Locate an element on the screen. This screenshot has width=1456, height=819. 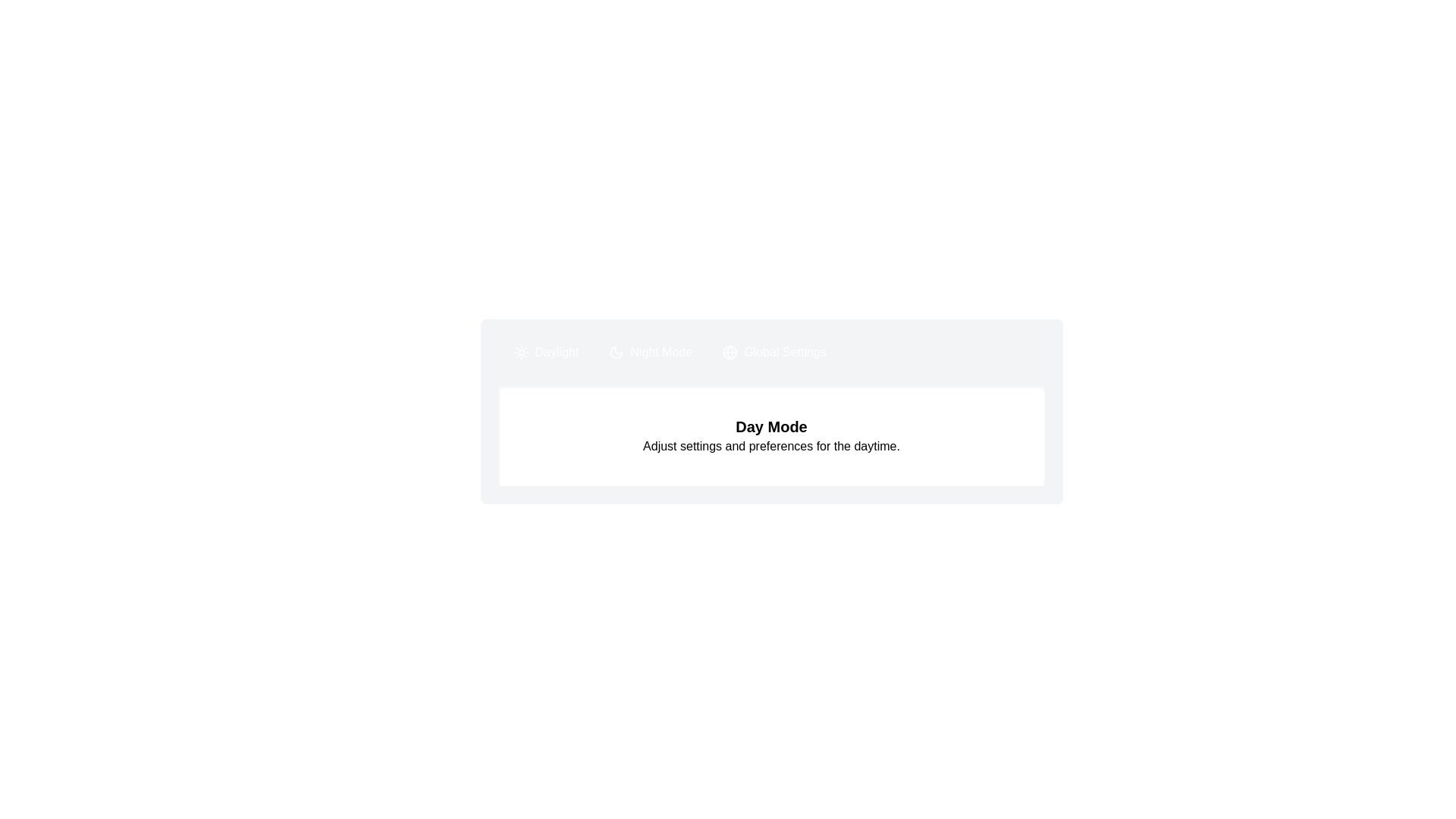
the tab Daylight and copy its content is located at coordinates (546, 353).